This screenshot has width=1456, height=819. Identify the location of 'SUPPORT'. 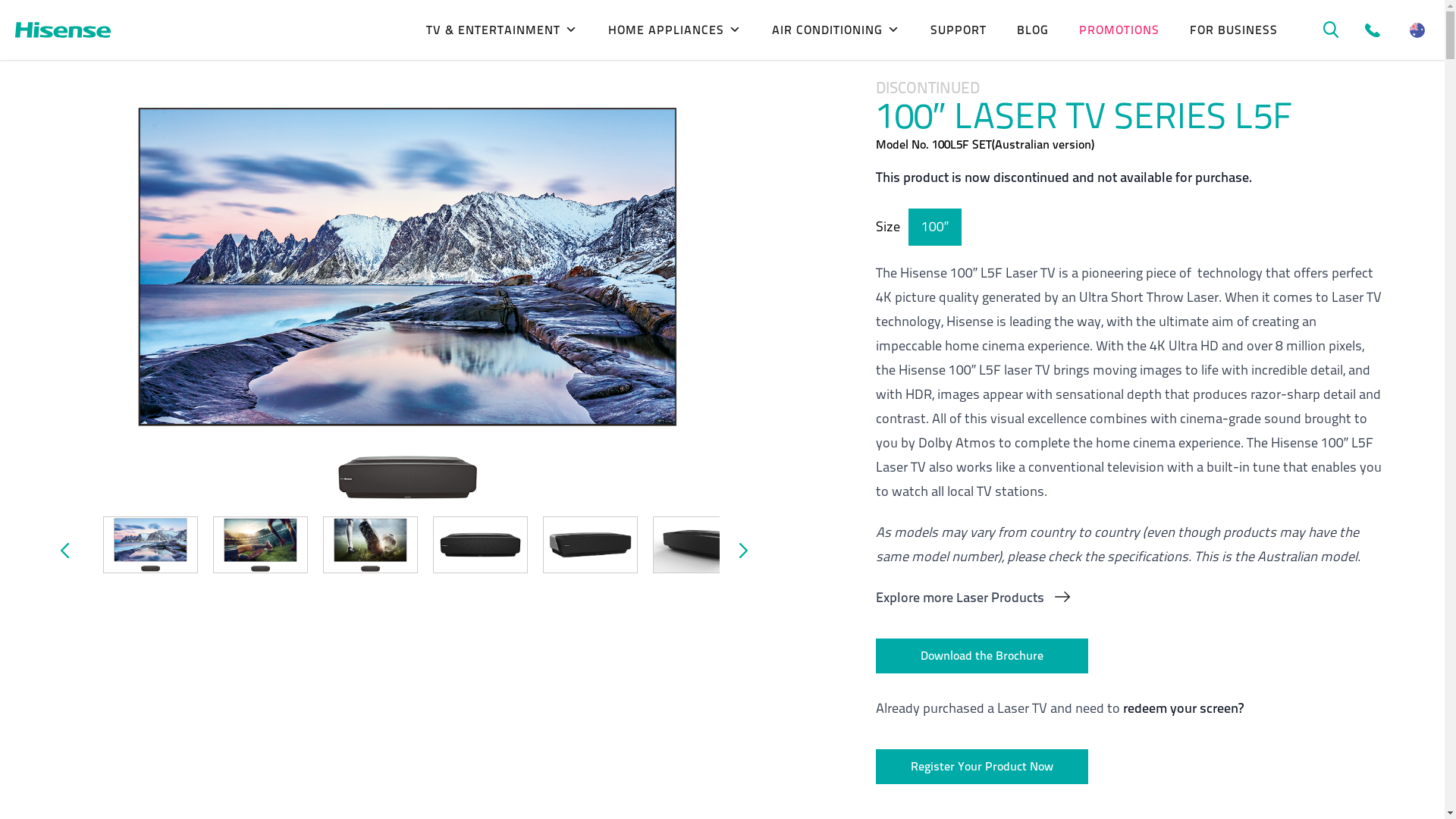
(957, 30).